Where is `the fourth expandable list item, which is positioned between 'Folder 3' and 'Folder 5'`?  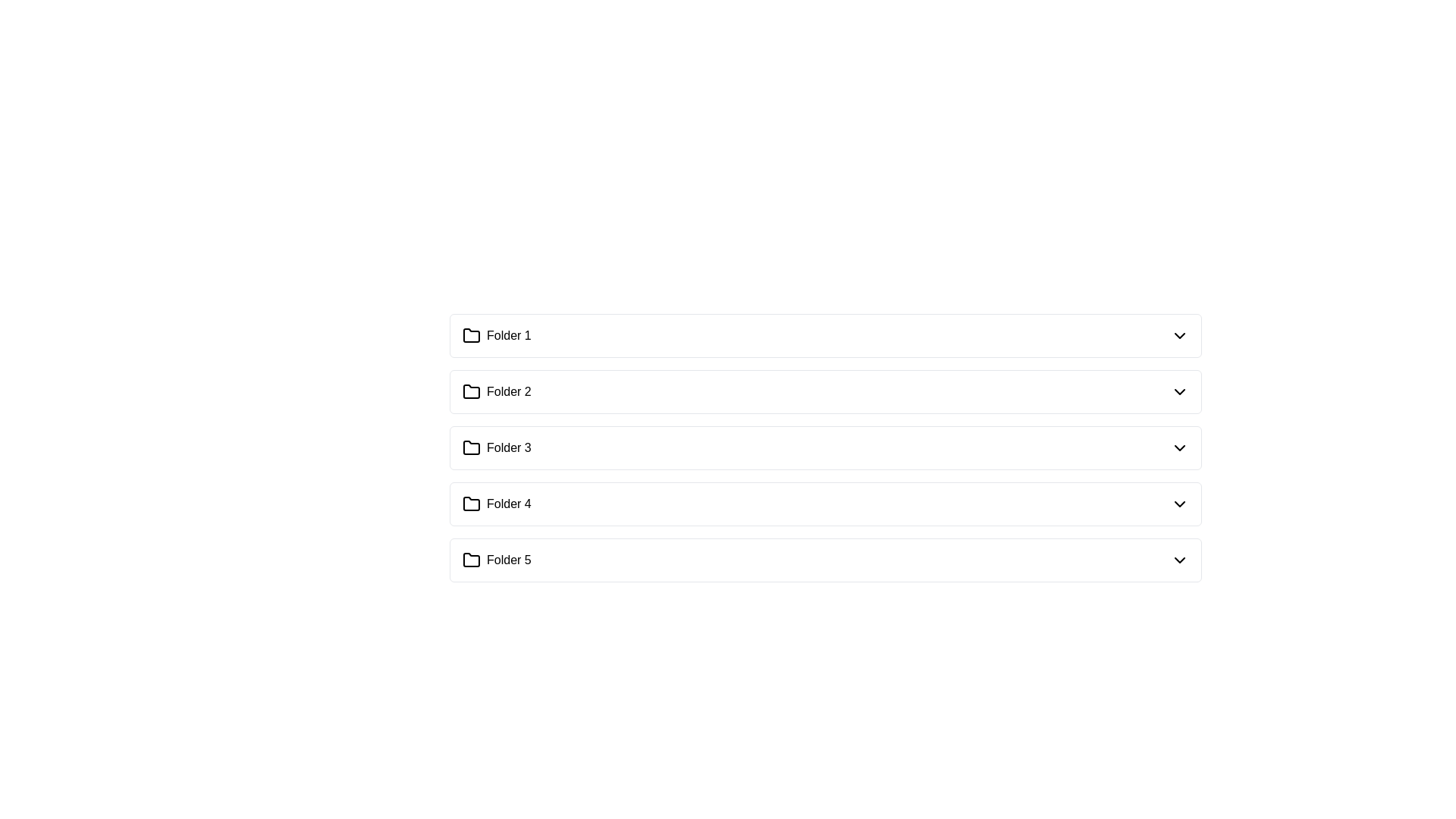 the fourth expandable list item, which is positioned between 'Folder 3' and 'Folder 5' is located at coordinates (825, 504).